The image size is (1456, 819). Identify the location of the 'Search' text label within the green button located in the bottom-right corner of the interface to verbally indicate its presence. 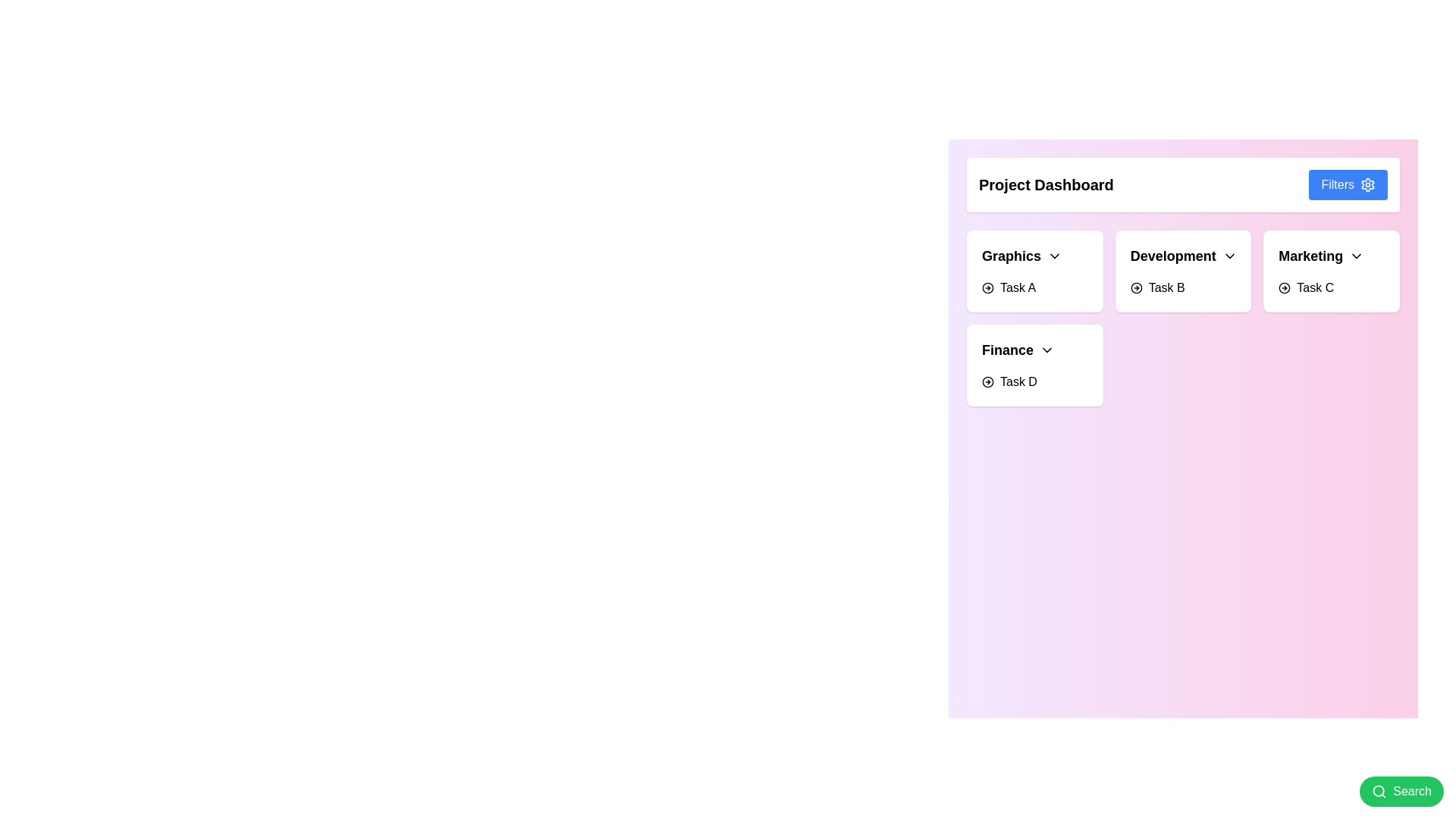
(1411, 791).